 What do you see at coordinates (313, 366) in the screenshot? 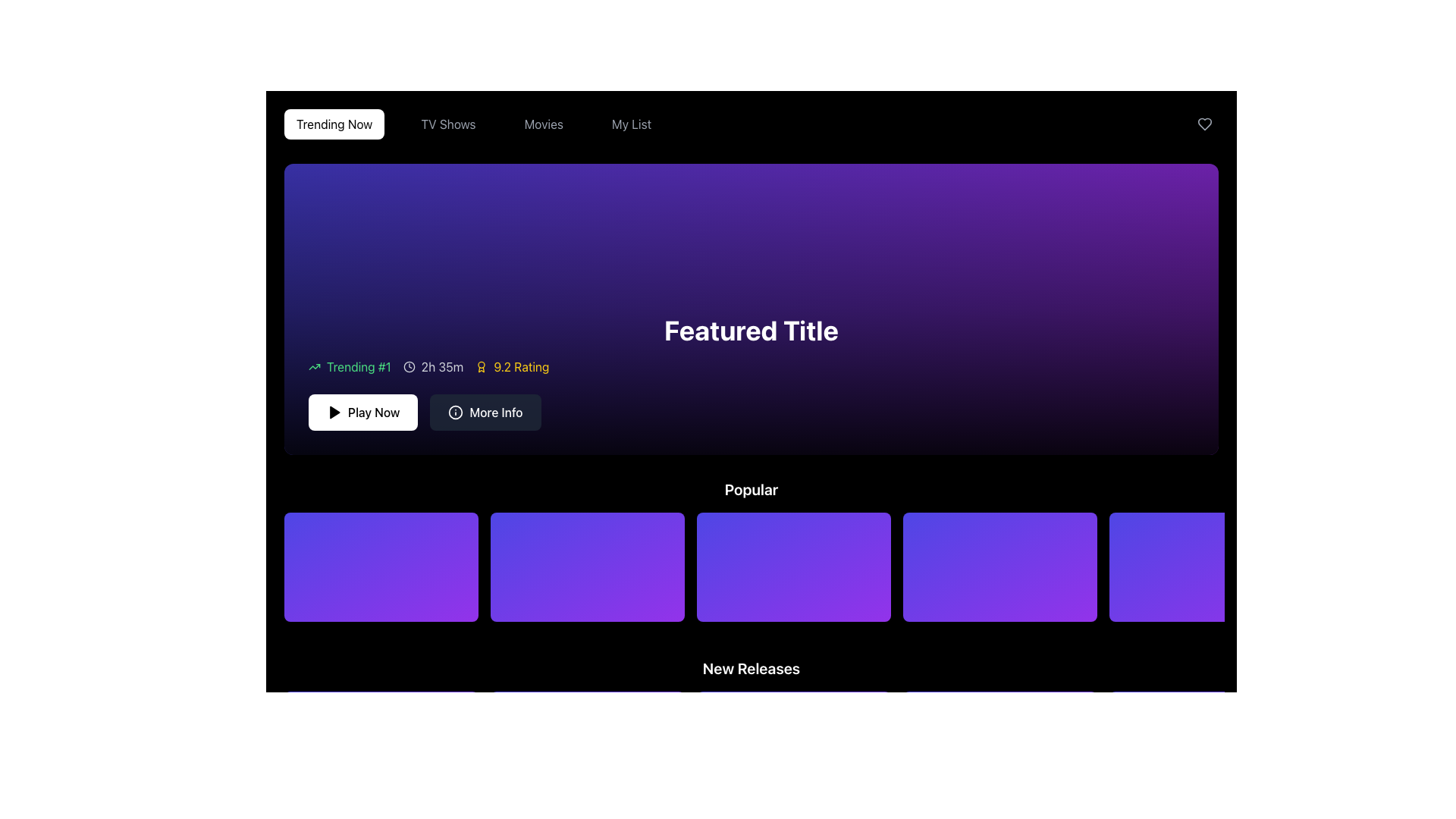
I see `the small upward-trending arrow icon, which has a green stroke color and is positioned next to the text 'Trending #1'` at bounding box center [313, 366].